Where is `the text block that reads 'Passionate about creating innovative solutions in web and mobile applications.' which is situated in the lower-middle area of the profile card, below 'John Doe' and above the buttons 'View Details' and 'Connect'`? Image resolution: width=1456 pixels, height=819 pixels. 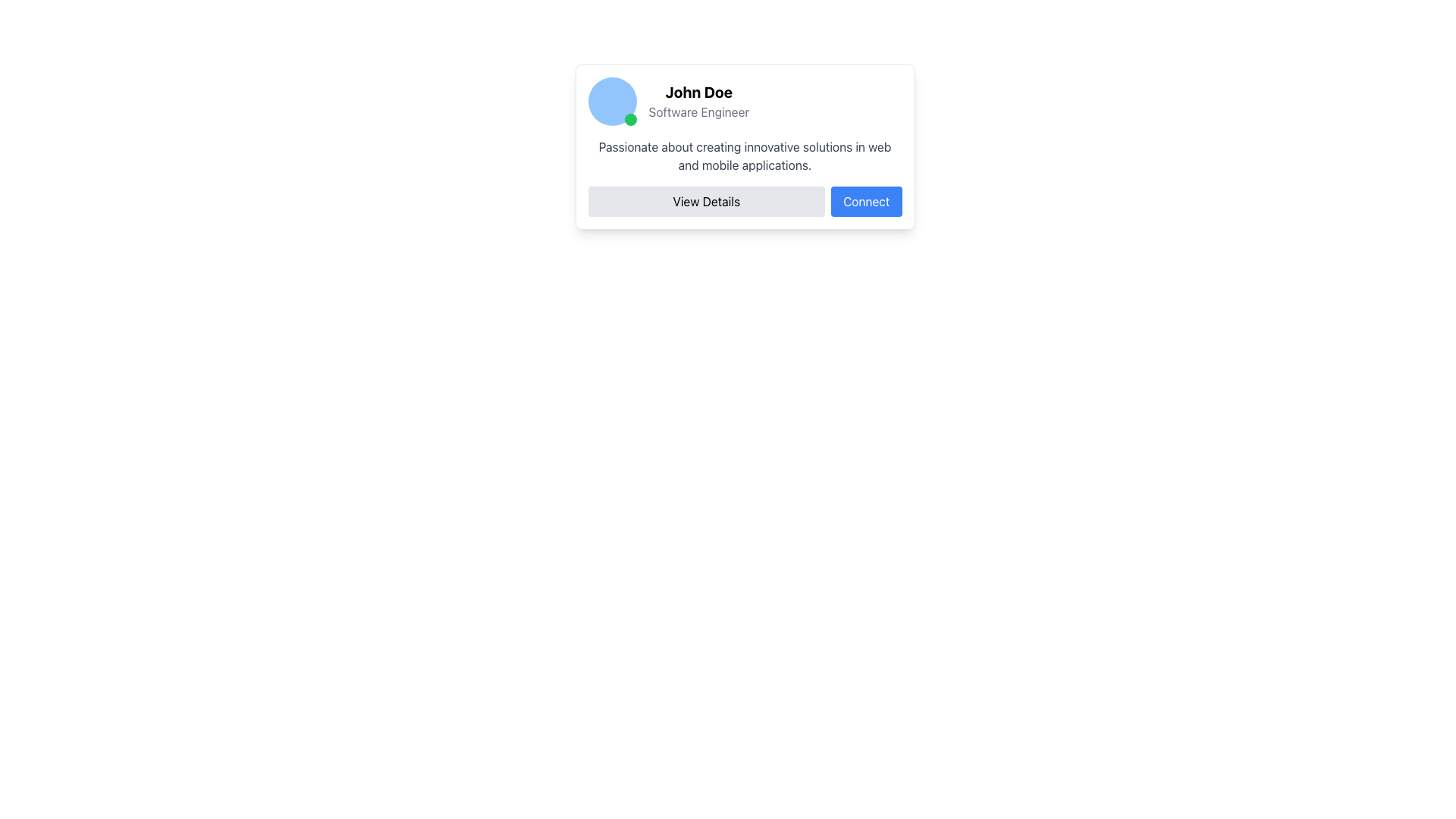 the text block that reads 'Passionate about creating innovative solutions in web and mobile applications.' which is situated in the lower-middle area of the profile card, below 'John Doe' and above the buttons 'View Details' and 'Connect' is located at coordinates (745, 155).